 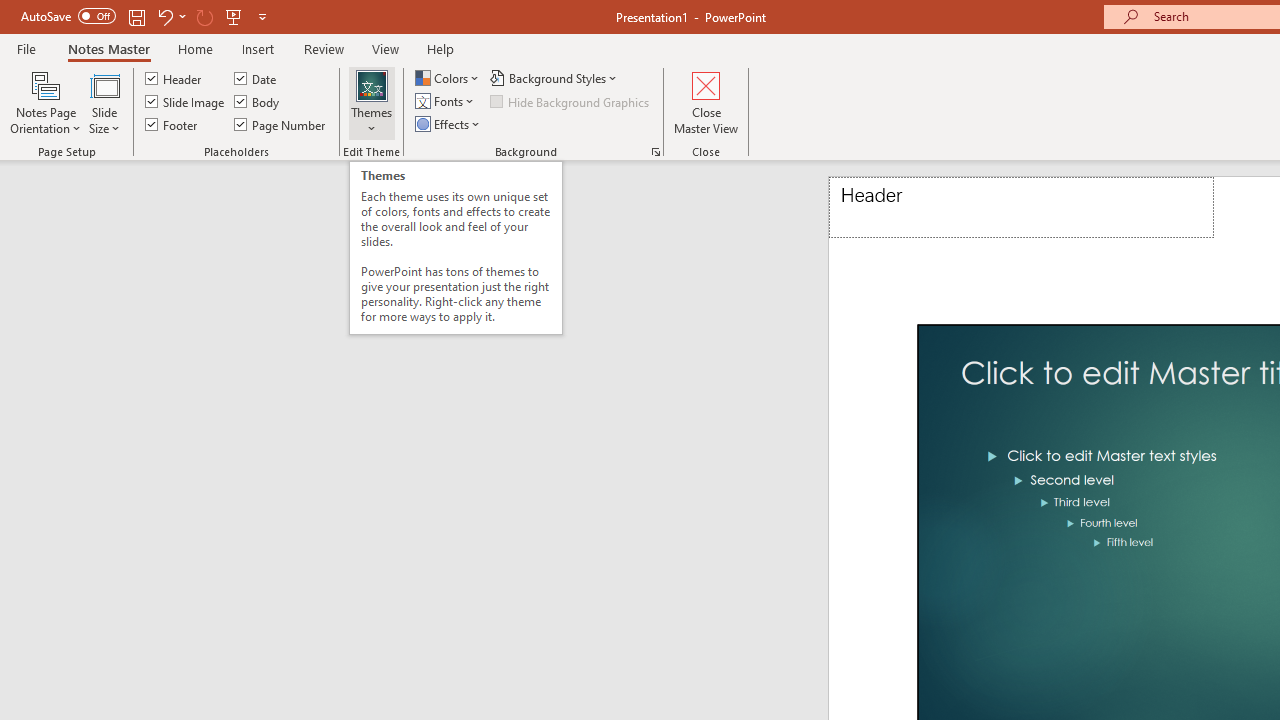 I want to click on 'Colors', so click(x=448, y=77).